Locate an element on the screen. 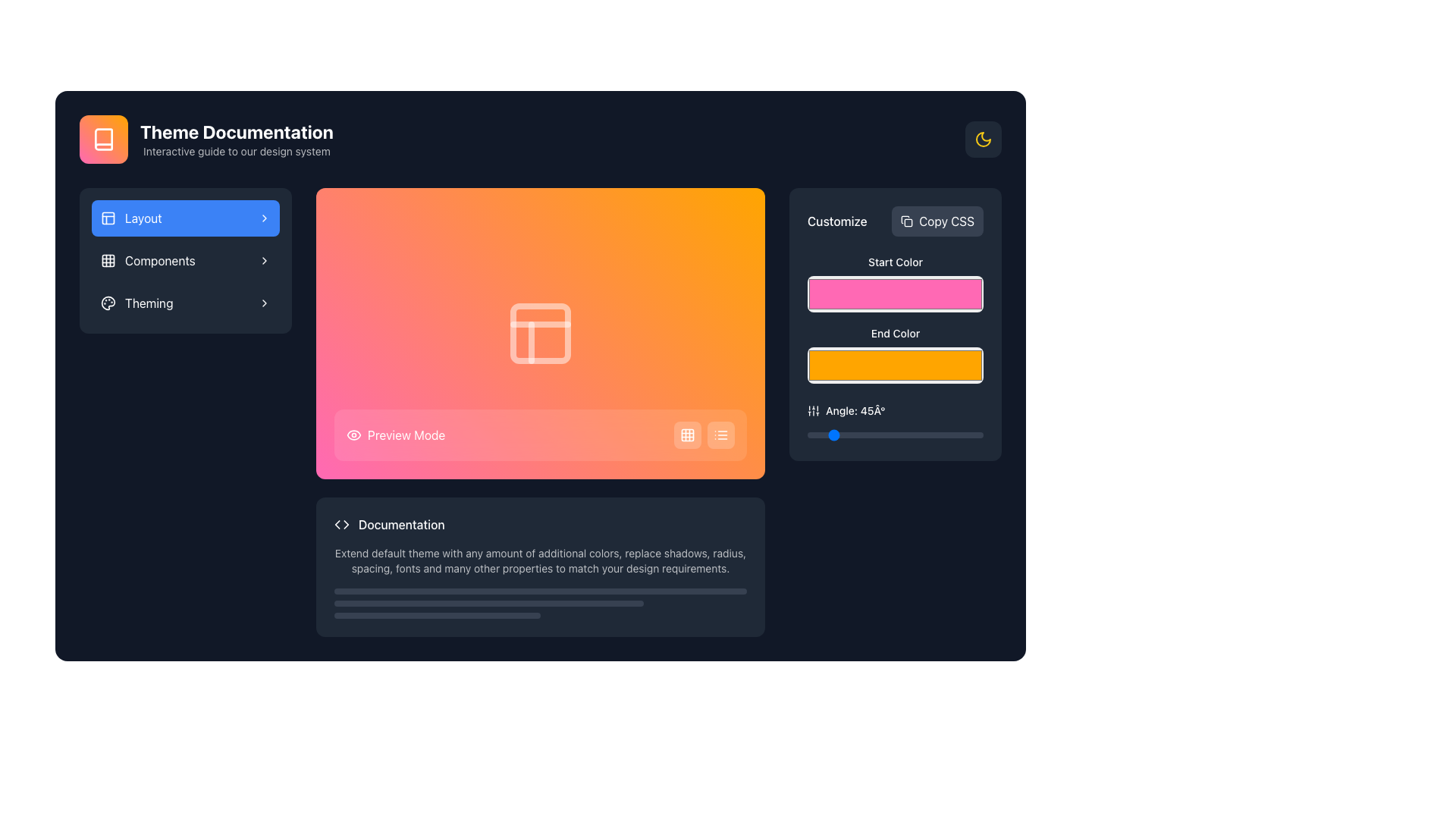 This screenshot has width=1456, height=819. the 'Theming' text label in the navigation menu for additional context is located at coordinates (149, 303).